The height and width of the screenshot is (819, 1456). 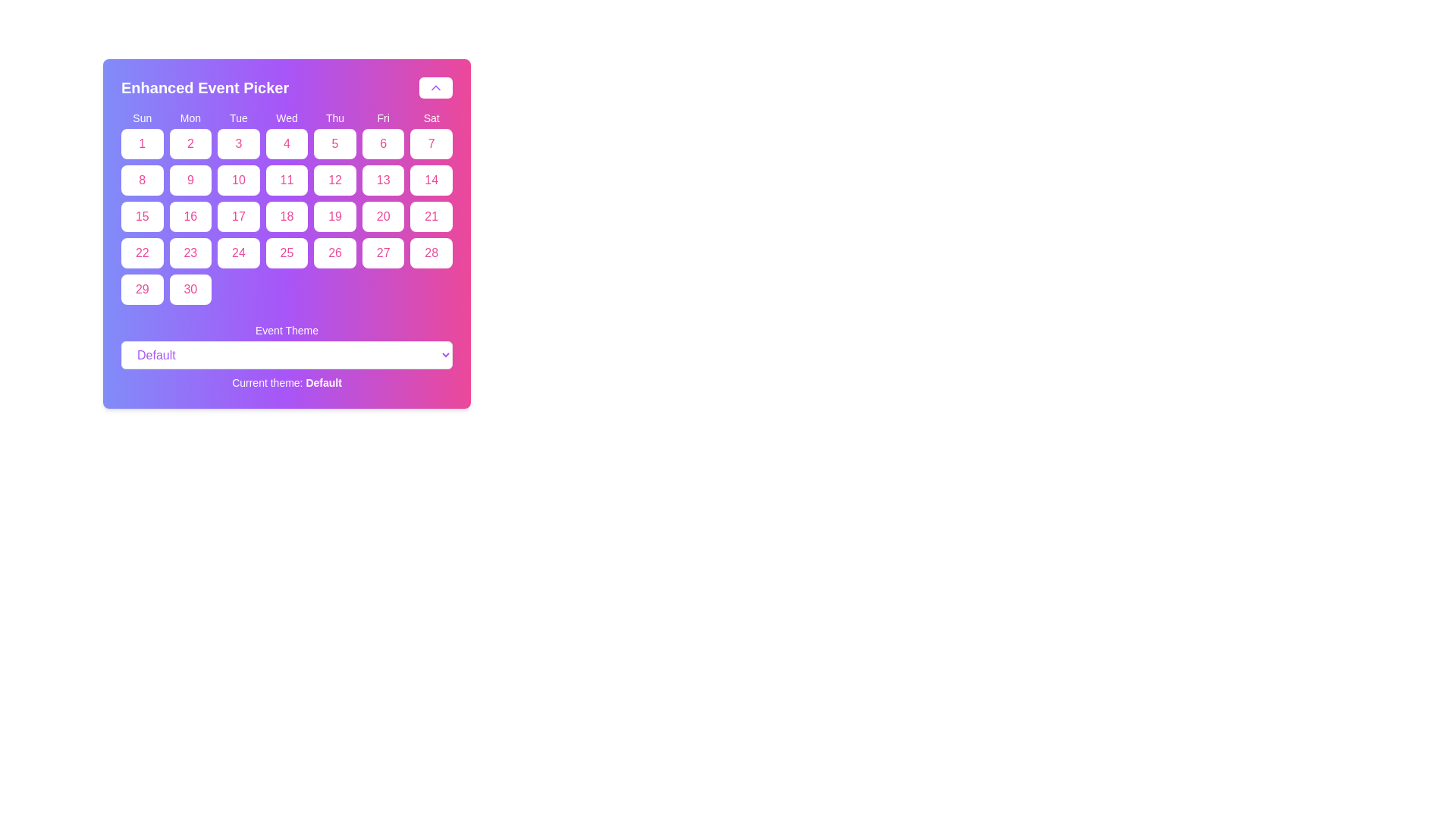 I want to click on the text label displaying 'Event Theme', which is styled with a small font size and medium weight, located centrally above the dropdown labeled 'Default', so click(x=287, y=329).